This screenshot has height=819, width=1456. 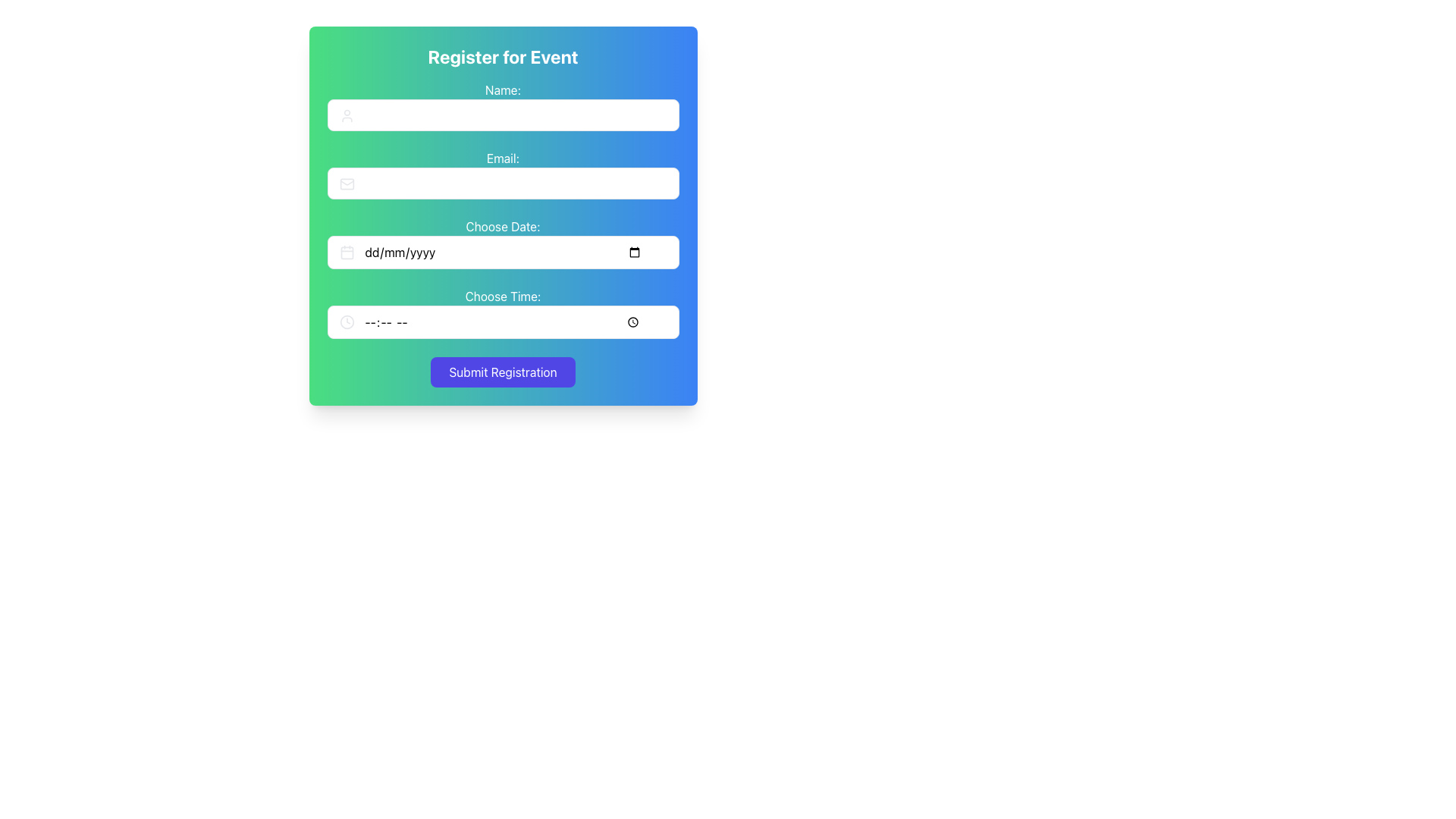 I want to click on the outermost circular boundary of the clock representation in the 'Choose Time' row of the form, which is a decorative SVG element located at the right side of the time selection input box, so click(x=346, y=321).